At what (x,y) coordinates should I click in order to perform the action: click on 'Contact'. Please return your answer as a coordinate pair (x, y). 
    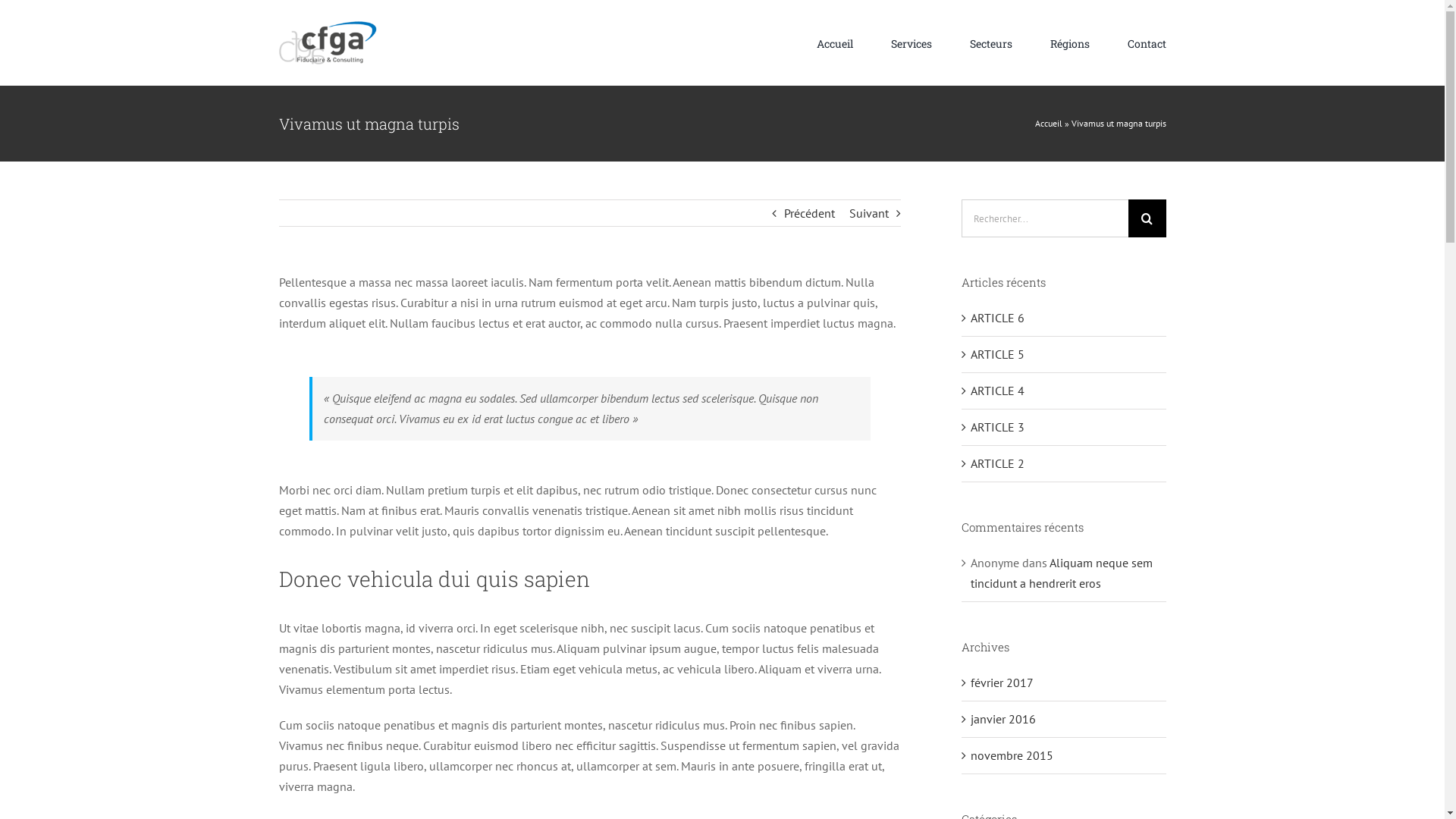
    Looking at the image, I should click on (1147, 42).